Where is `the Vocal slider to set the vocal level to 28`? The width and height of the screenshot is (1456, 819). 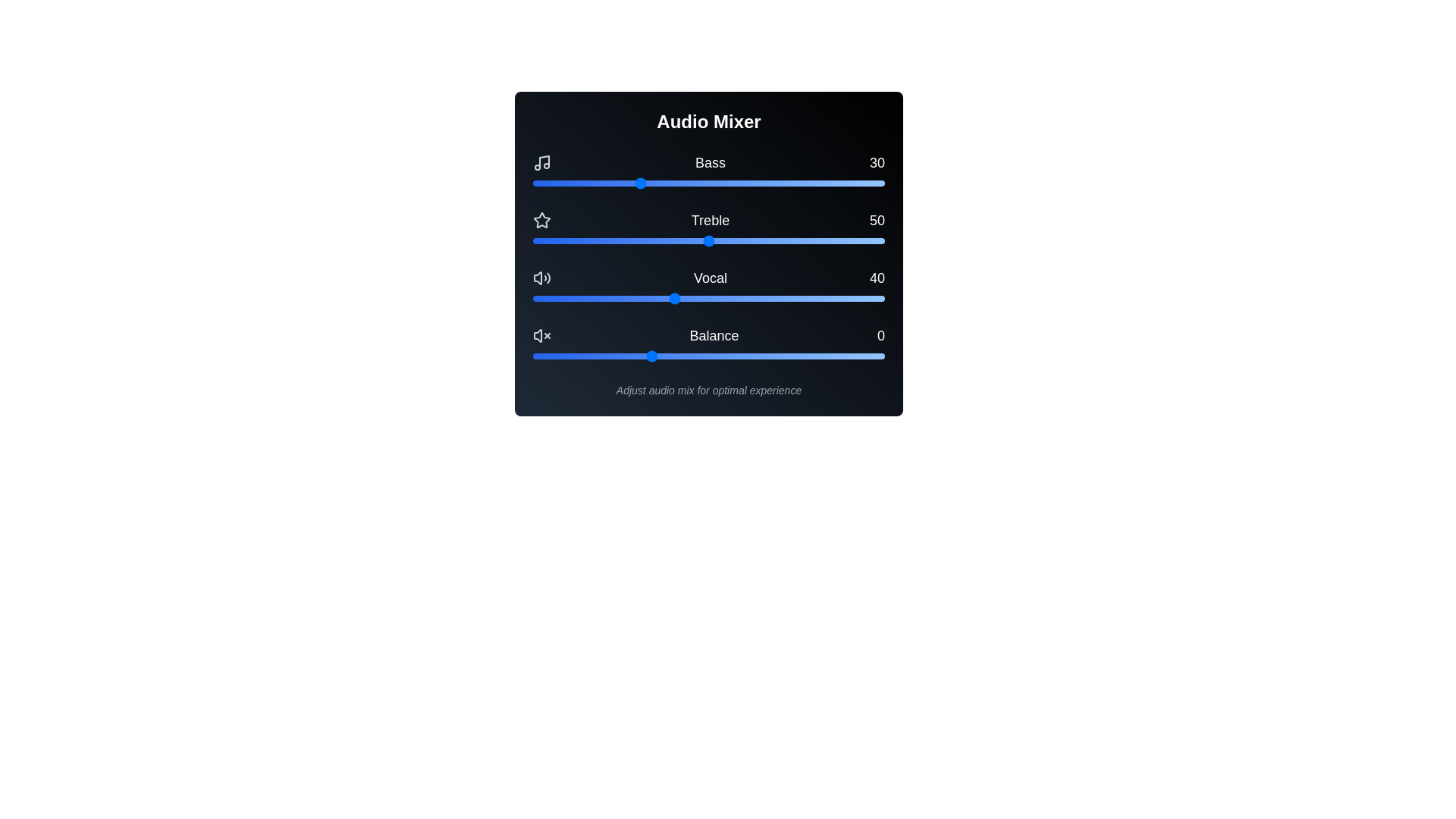 the Vocal slider to set the vocal level to 28 is located at coordinates (631, 298).